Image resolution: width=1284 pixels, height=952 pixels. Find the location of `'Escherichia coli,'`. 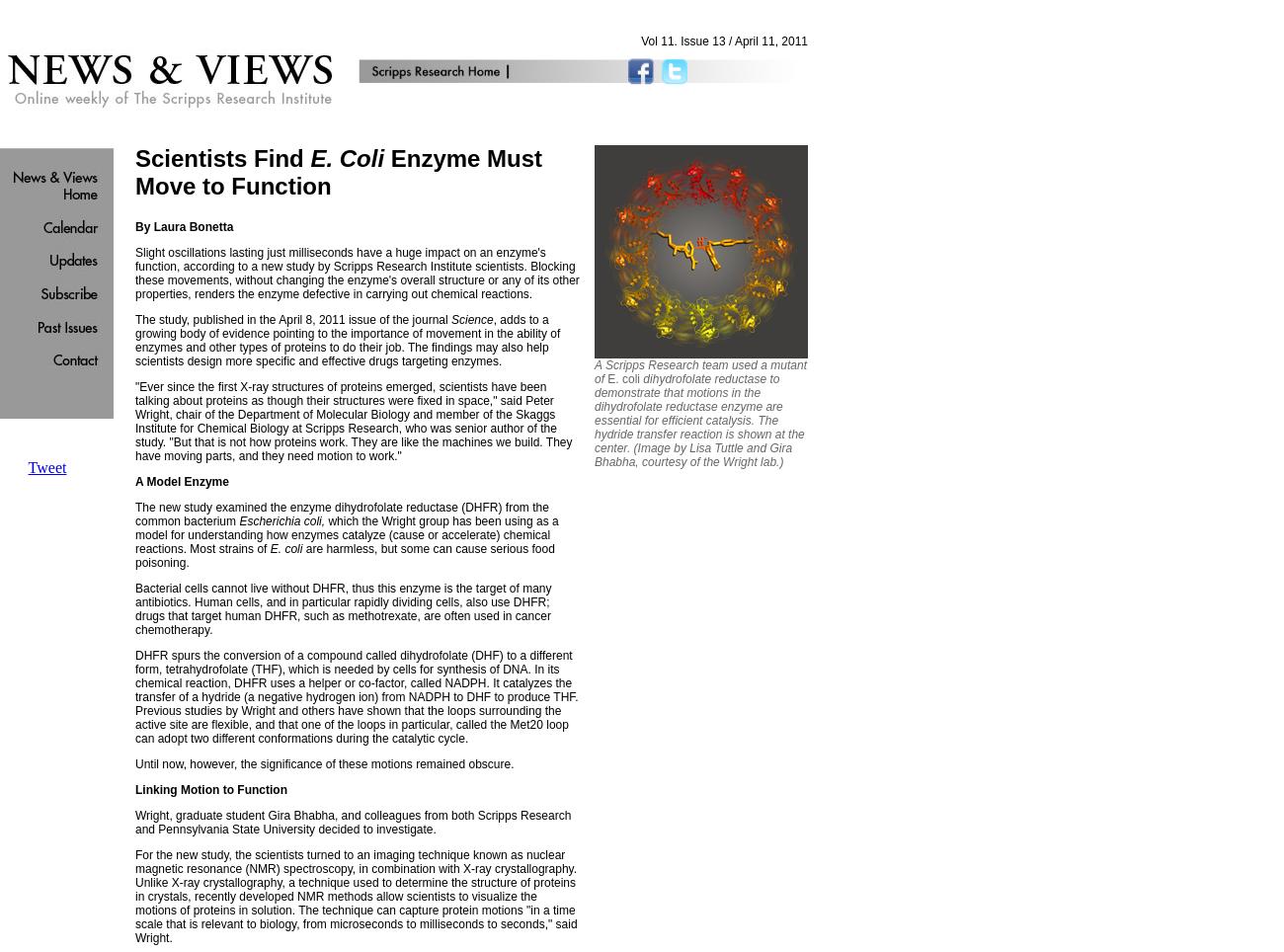

'Escherichia coli,' is located at coordinates (281, 520).